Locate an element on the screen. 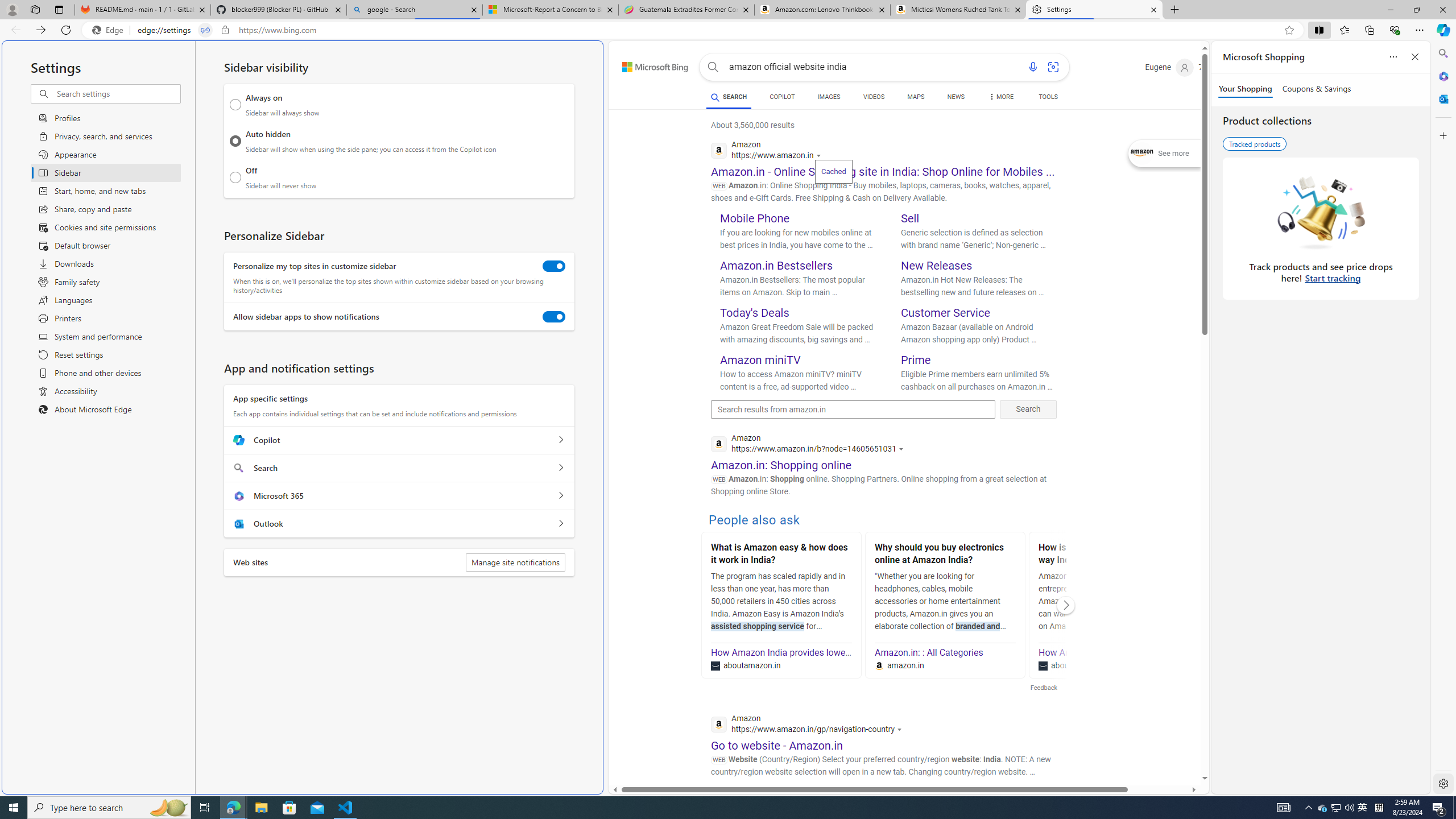 The width and height of the screenshot is (1456, 819). 'Amazon miniTV' is located at coordinates (760, 359).